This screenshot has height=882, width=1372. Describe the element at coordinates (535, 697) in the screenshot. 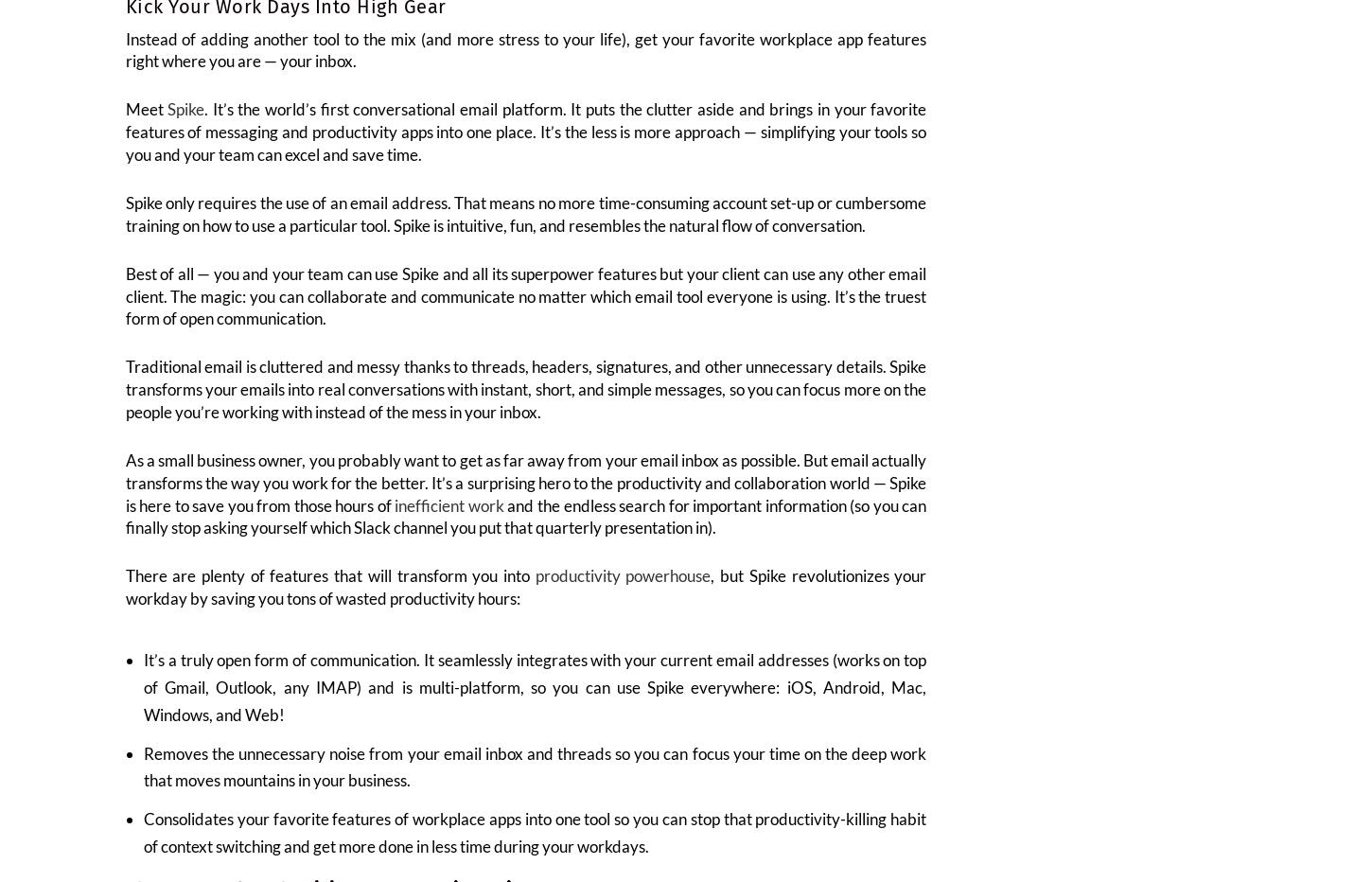

I see `'It’s a truly open form of communication. It seamlessly integrates with your current email addresses (works on top of Gmail, Outlook, any IMAP) and is multi-platform, so you can use Spike everywhere: iOS, Android, Mac, Windows, and Web!'` at that location.